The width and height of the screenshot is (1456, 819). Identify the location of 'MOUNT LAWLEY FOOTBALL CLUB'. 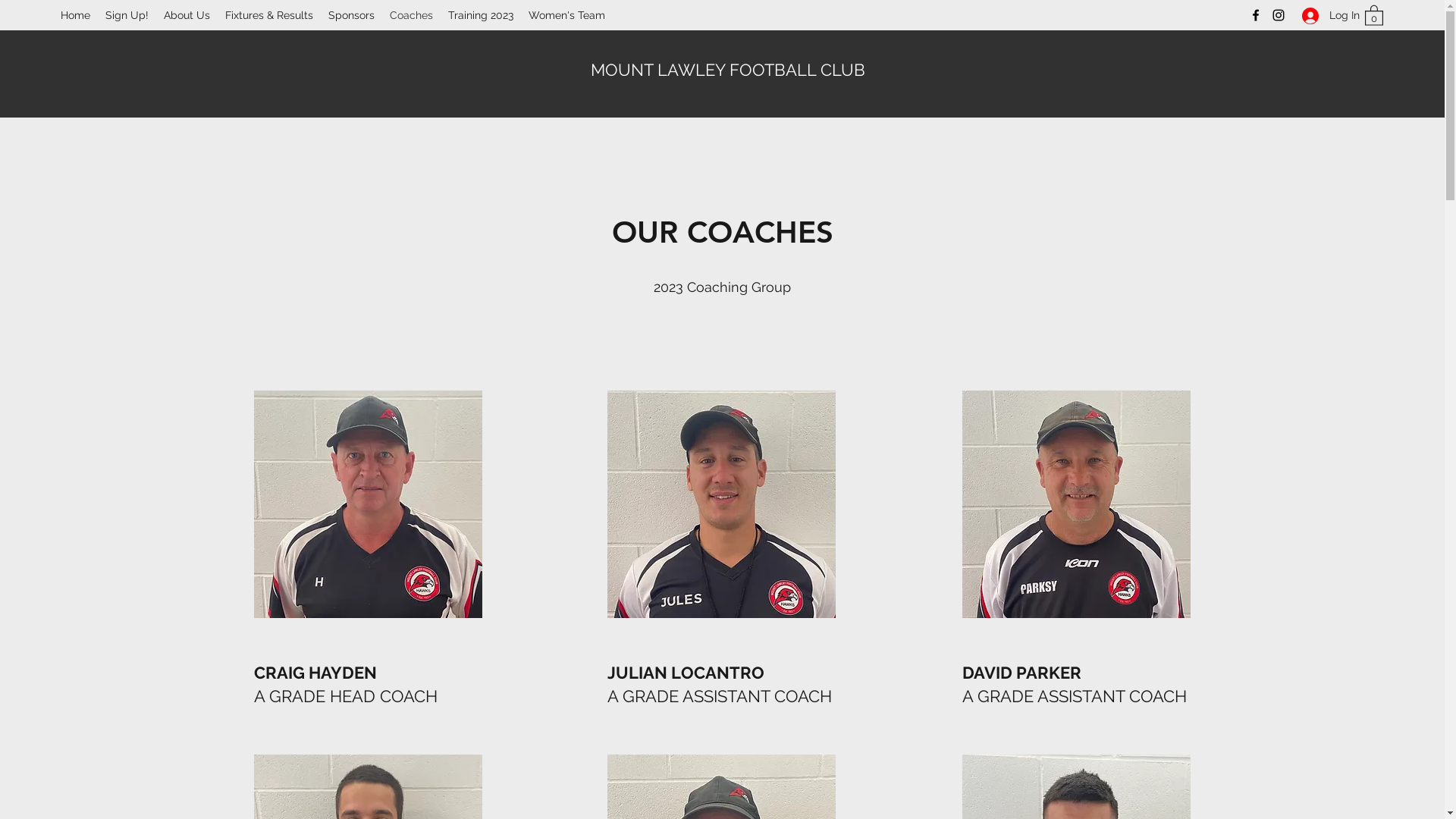
(728, 70).